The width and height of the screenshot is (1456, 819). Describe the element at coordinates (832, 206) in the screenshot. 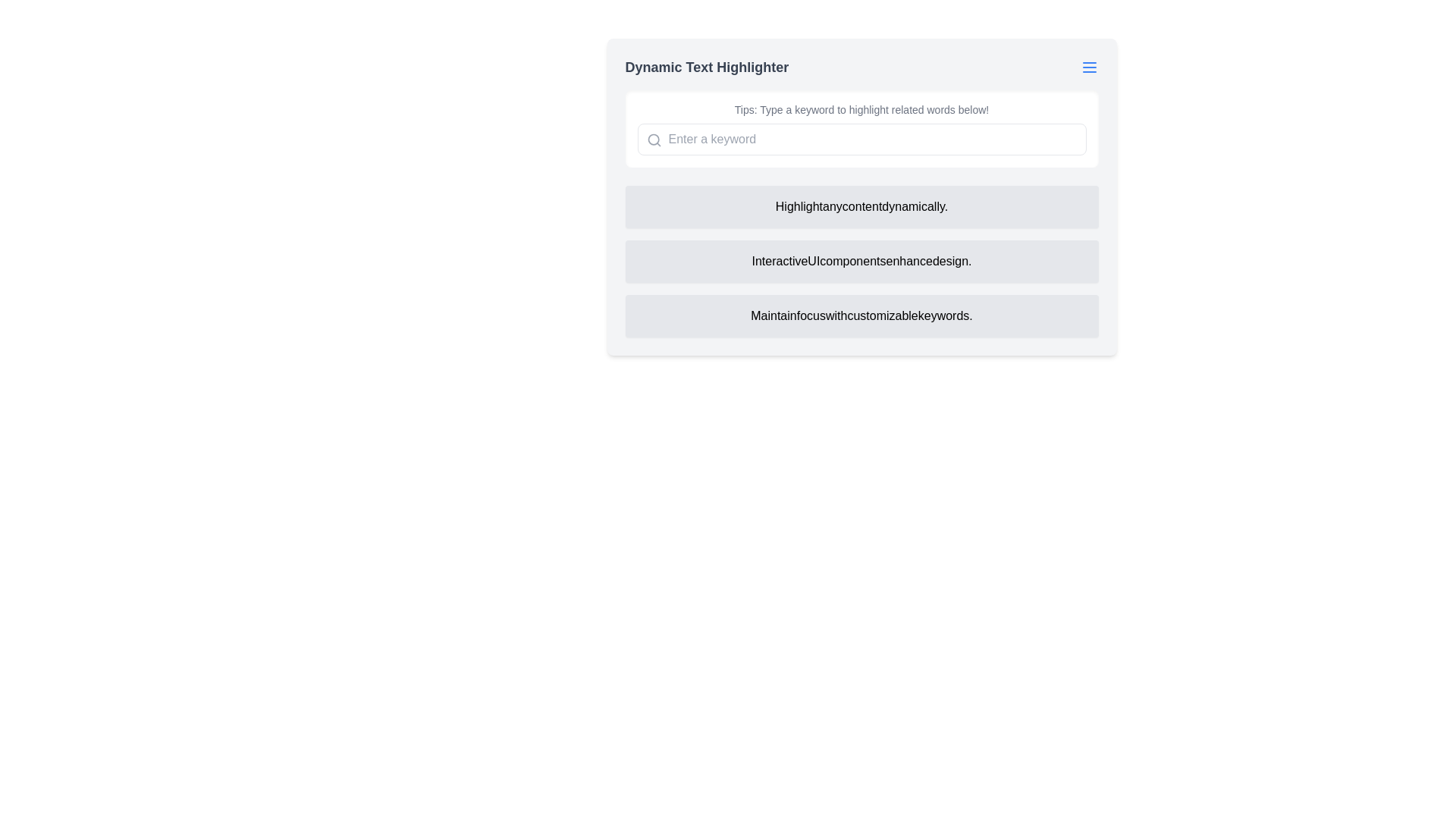

I see `the text element 'any' which is part of the sentence 'Highlight any content dynamically.' positioned in the second row of the component layout` at that location.